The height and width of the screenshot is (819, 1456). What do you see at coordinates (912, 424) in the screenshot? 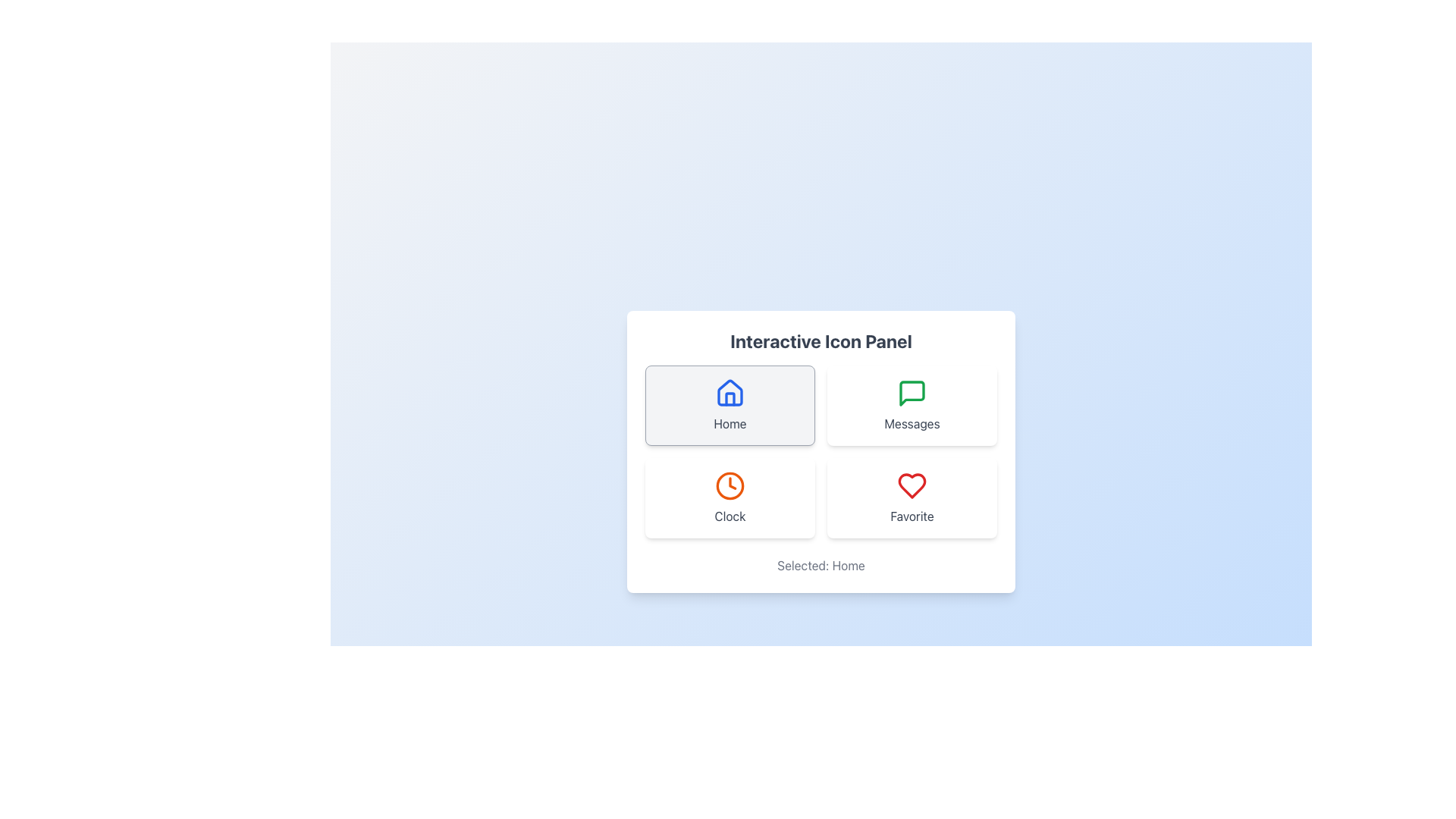
I see `the 'Messages' text label located beneath the green speech bubble icon in the Interactive Icon Panel` at bounding box center [912, 424].